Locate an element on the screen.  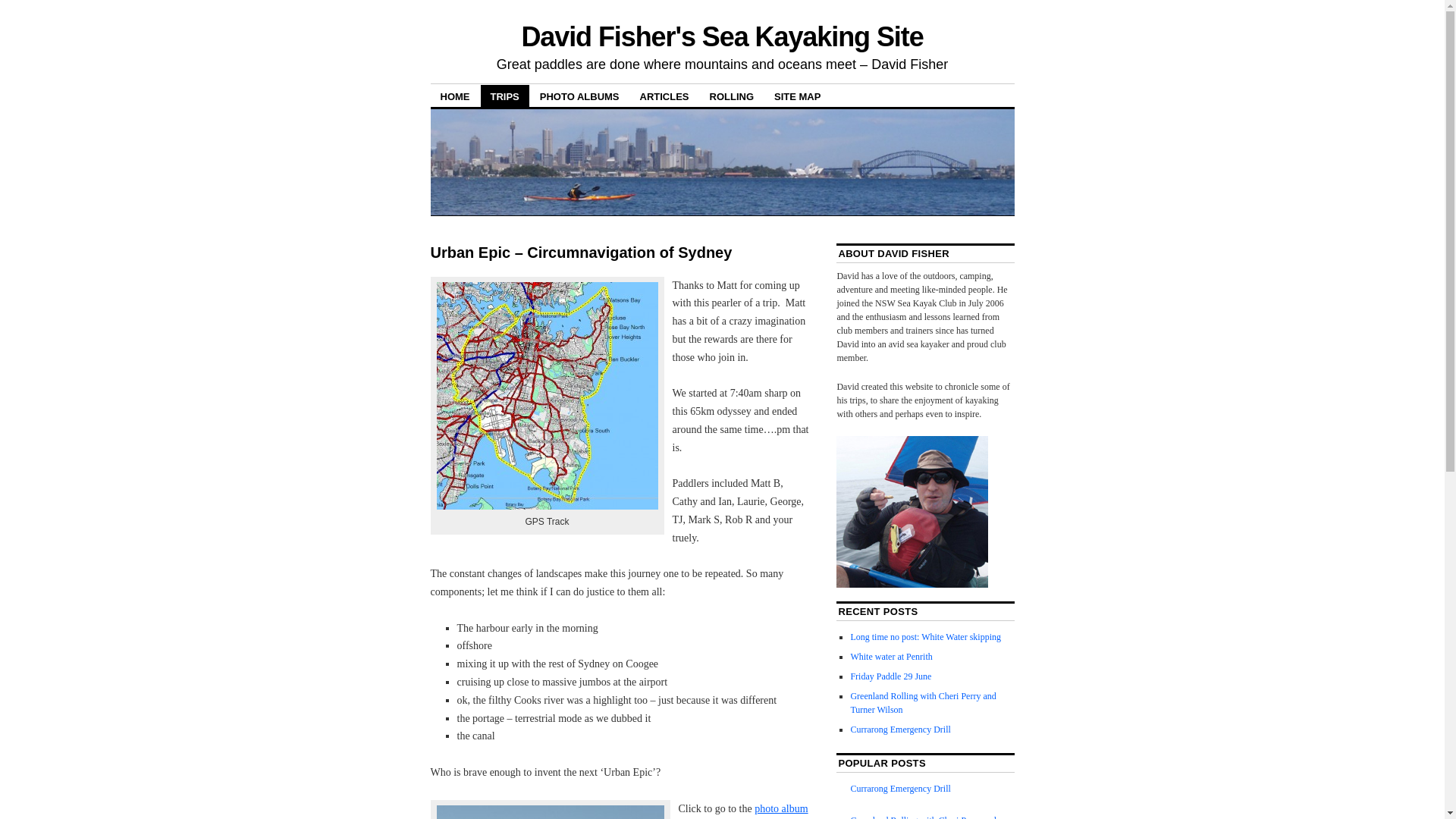
'TRIPS' is located at coordinates (505, 96).